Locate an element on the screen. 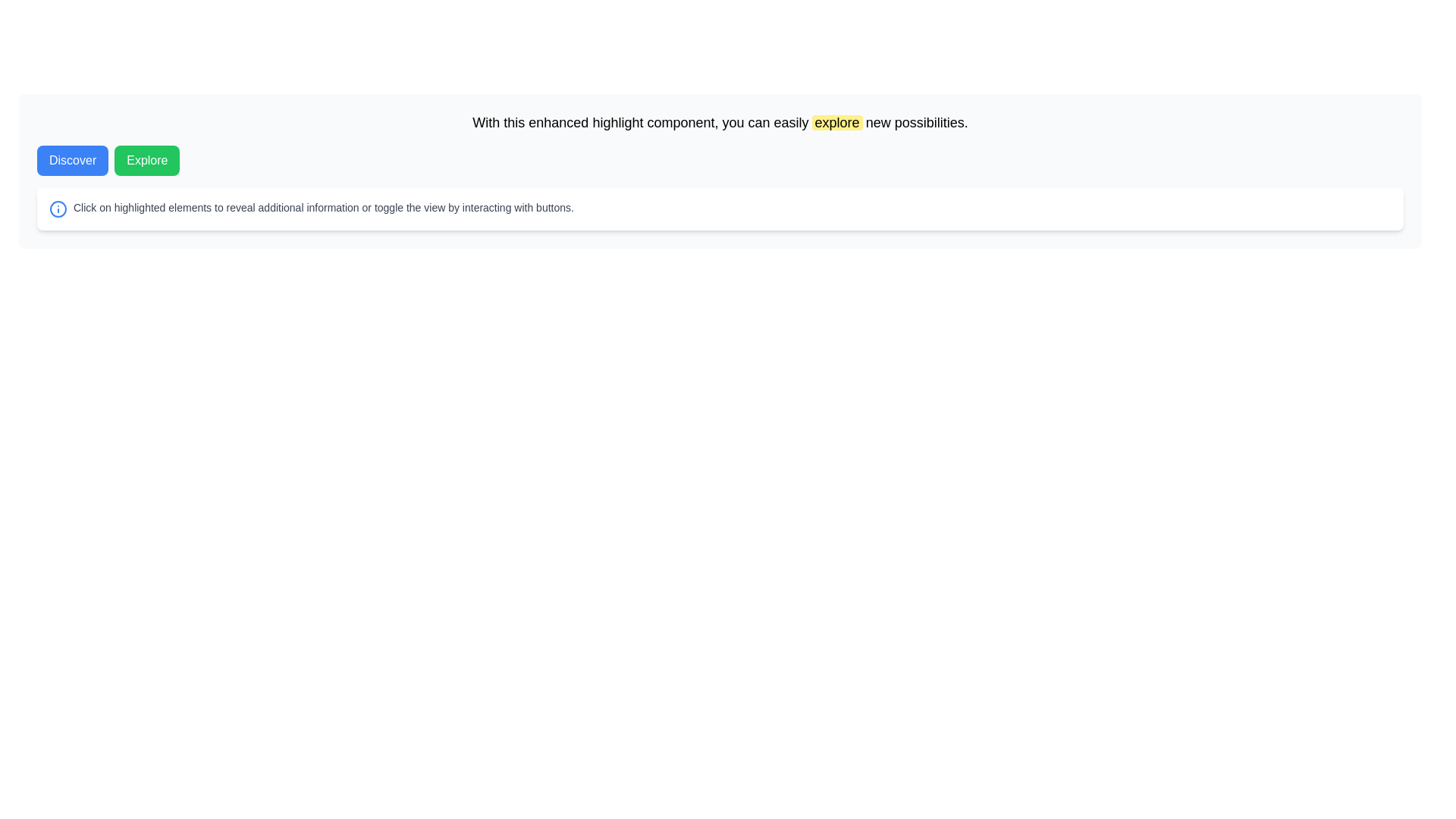 This screenshot has width=1456, height=819. the leftmost button in the horizontal layout that navigates to the 'Discover' feature is located at coordinates (72, 161).